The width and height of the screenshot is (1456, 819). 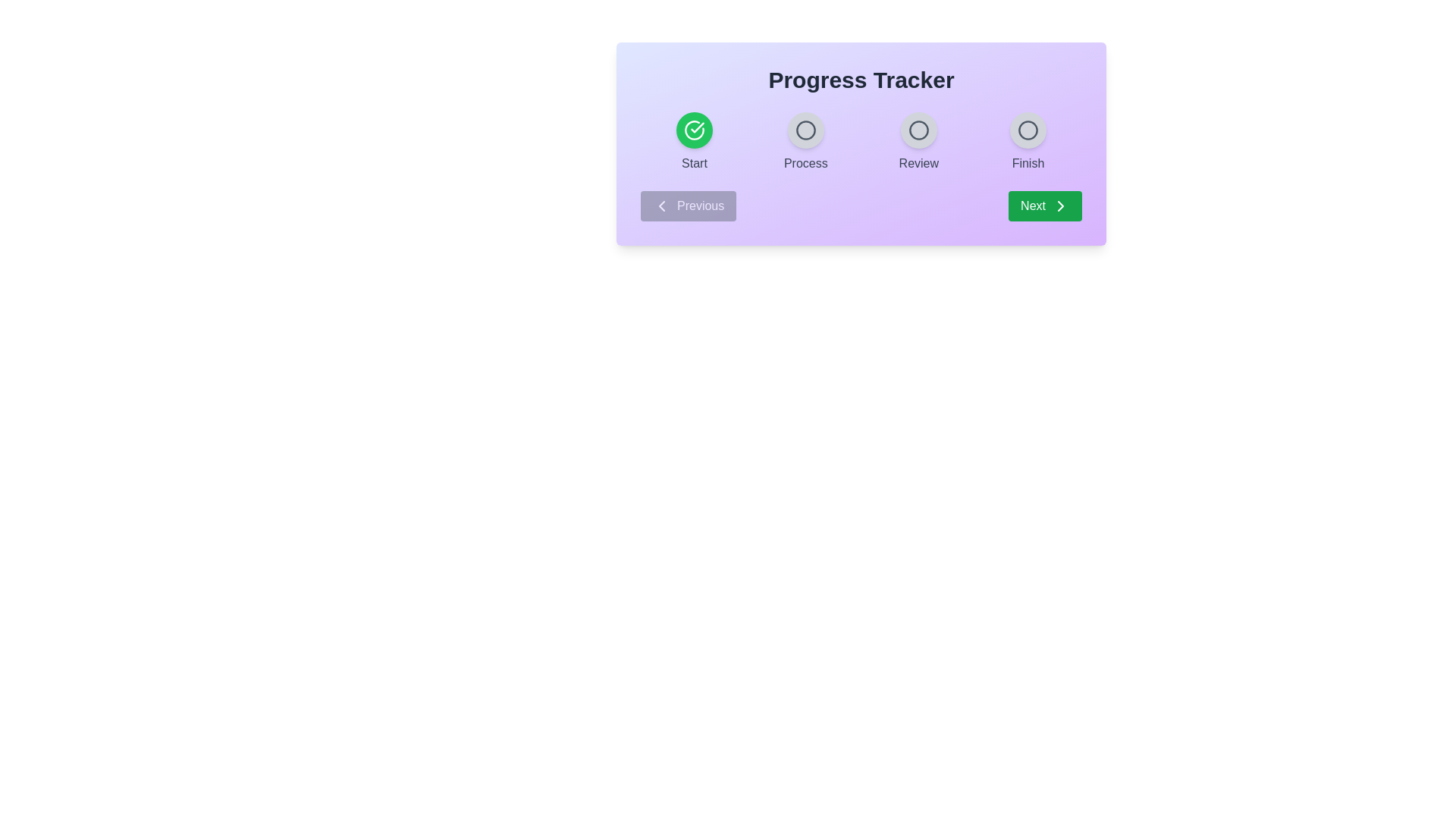 What do you see at coordinates (805, 130) in the screenshot?
I see `the second circular icon in the progress tracker, which represents the 'Process' step, positioned between the 'Start' and 'Review' icons` at bounding box center [805, 130].